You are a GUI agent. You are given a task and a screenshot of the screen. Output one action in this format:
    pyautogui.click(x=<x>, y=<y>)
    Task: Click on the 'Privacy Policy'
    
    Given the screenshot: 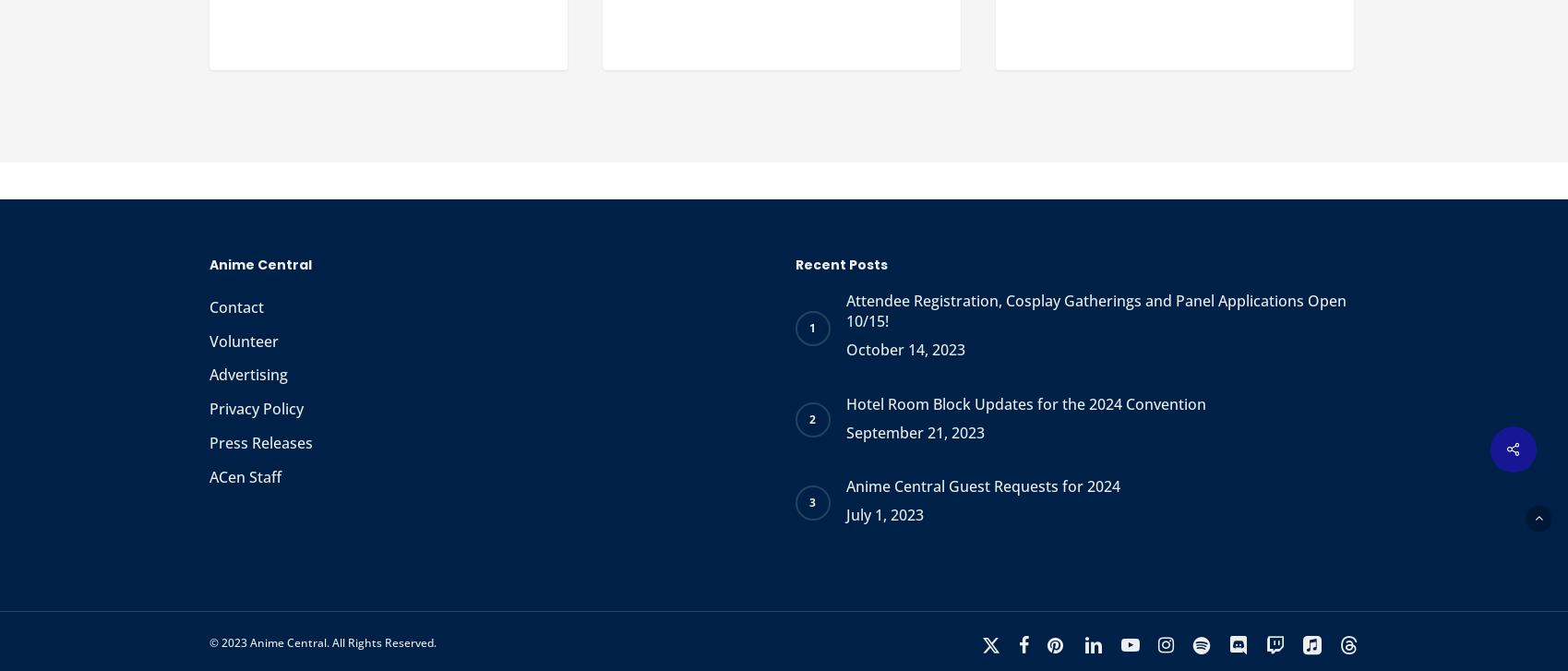 What is the action you would take?
    pyautogui.click(x=209, y=408)
    